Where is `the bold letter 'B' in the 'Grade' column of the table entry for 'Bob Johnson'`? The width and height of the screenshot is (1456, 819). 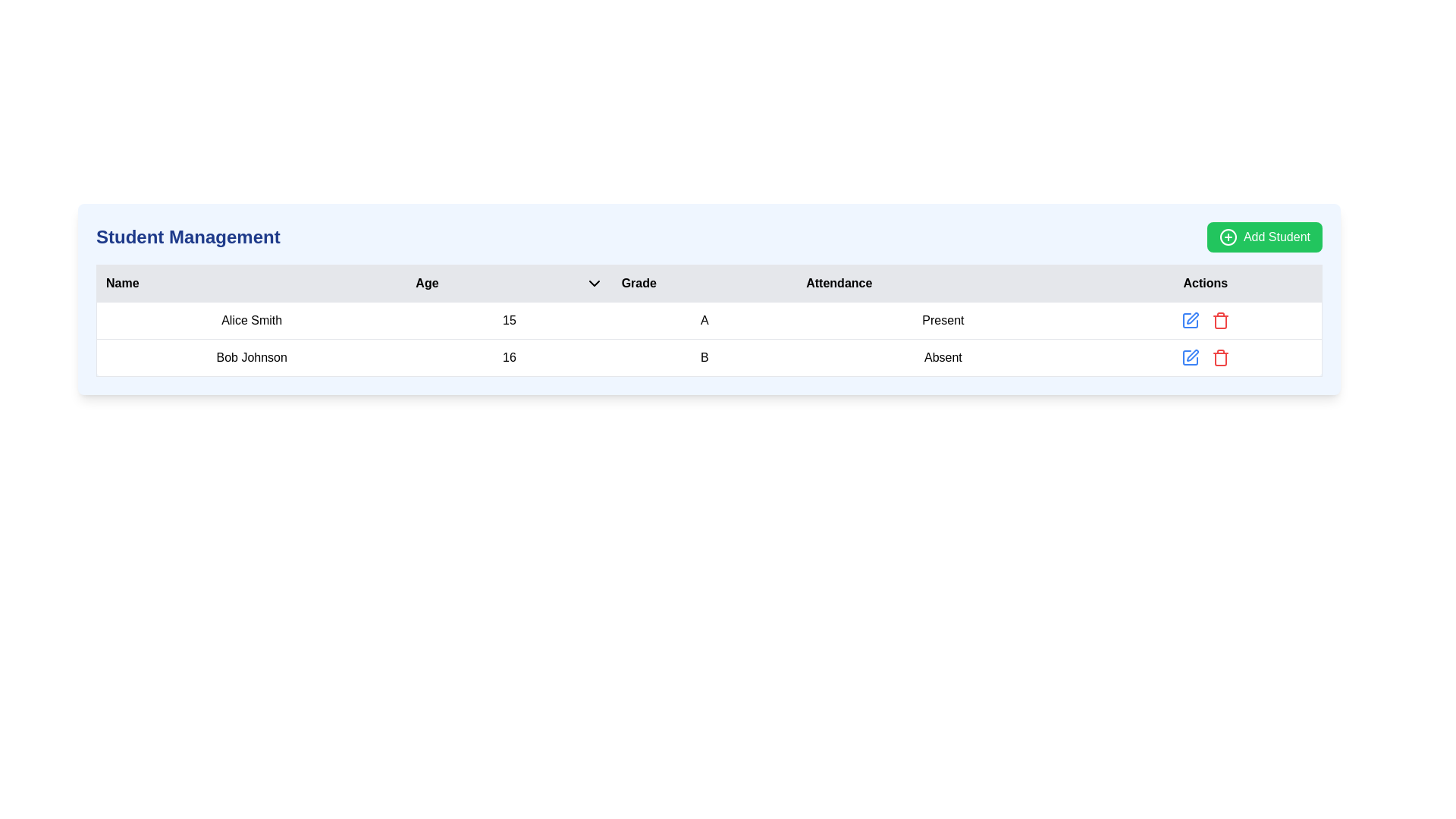
the bold letter 'B' in the 'Grade' column of the table entry for 'Bob Johnson' is located at coordinates (704, 357).